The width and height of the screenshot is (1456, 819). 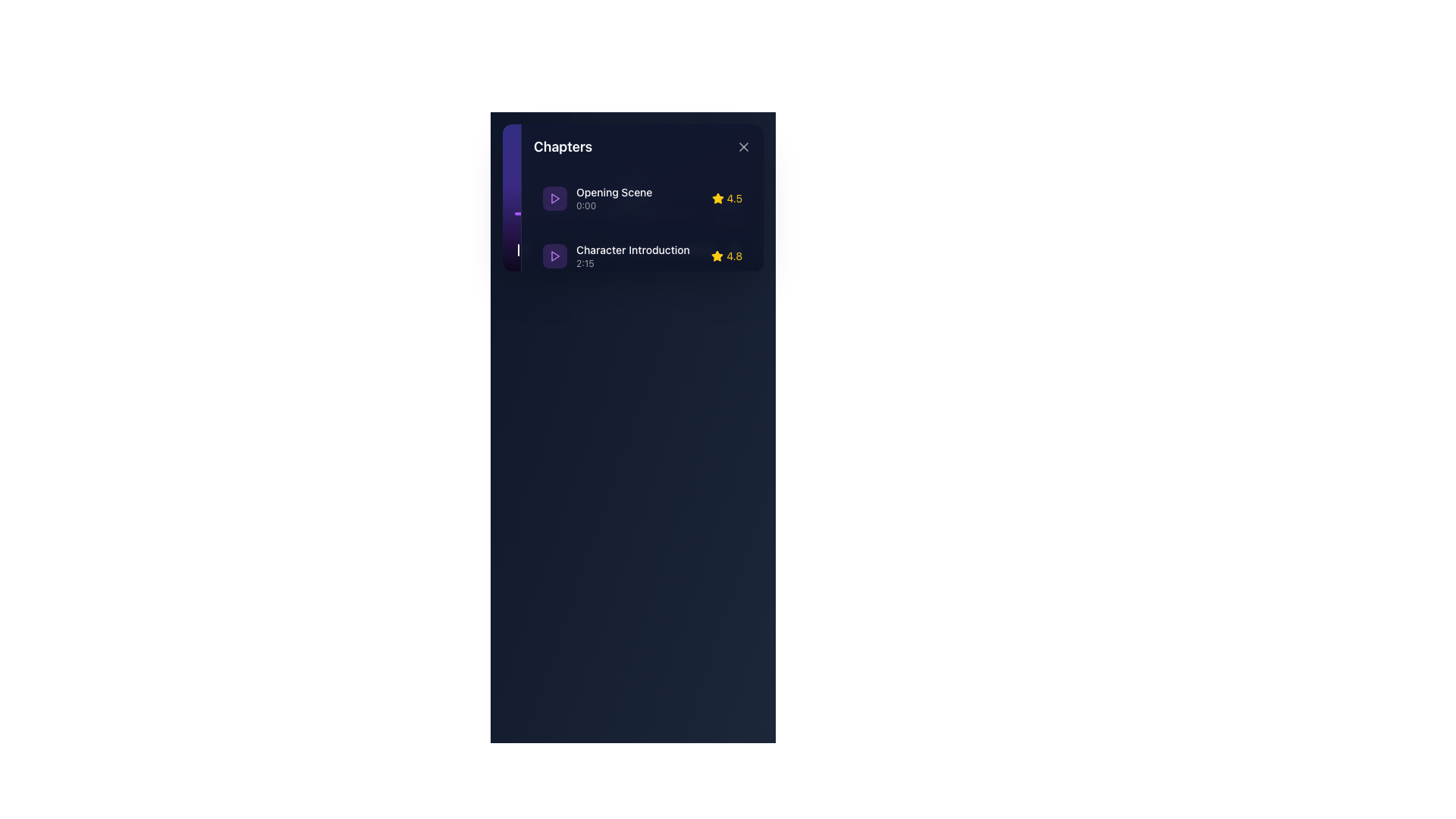 What do you see at coordinates (554, 256) in the screenshot?
I see `the 'Play' button for the content labeled 'Character Introduction' to trigger visual feedback` at bounding box center [554, 256].